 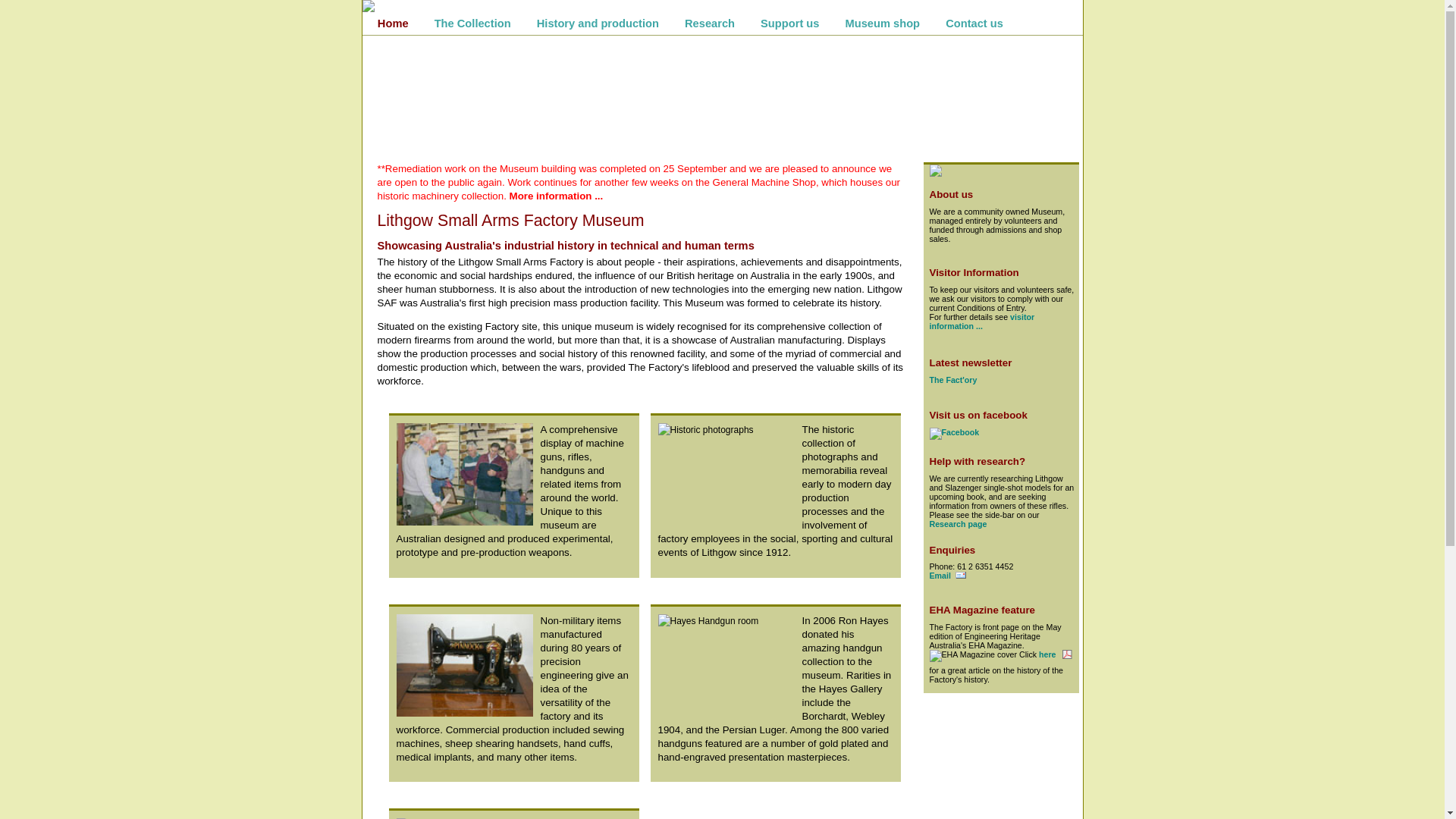 I want to click on 'Email', so click(x=946, y=576).